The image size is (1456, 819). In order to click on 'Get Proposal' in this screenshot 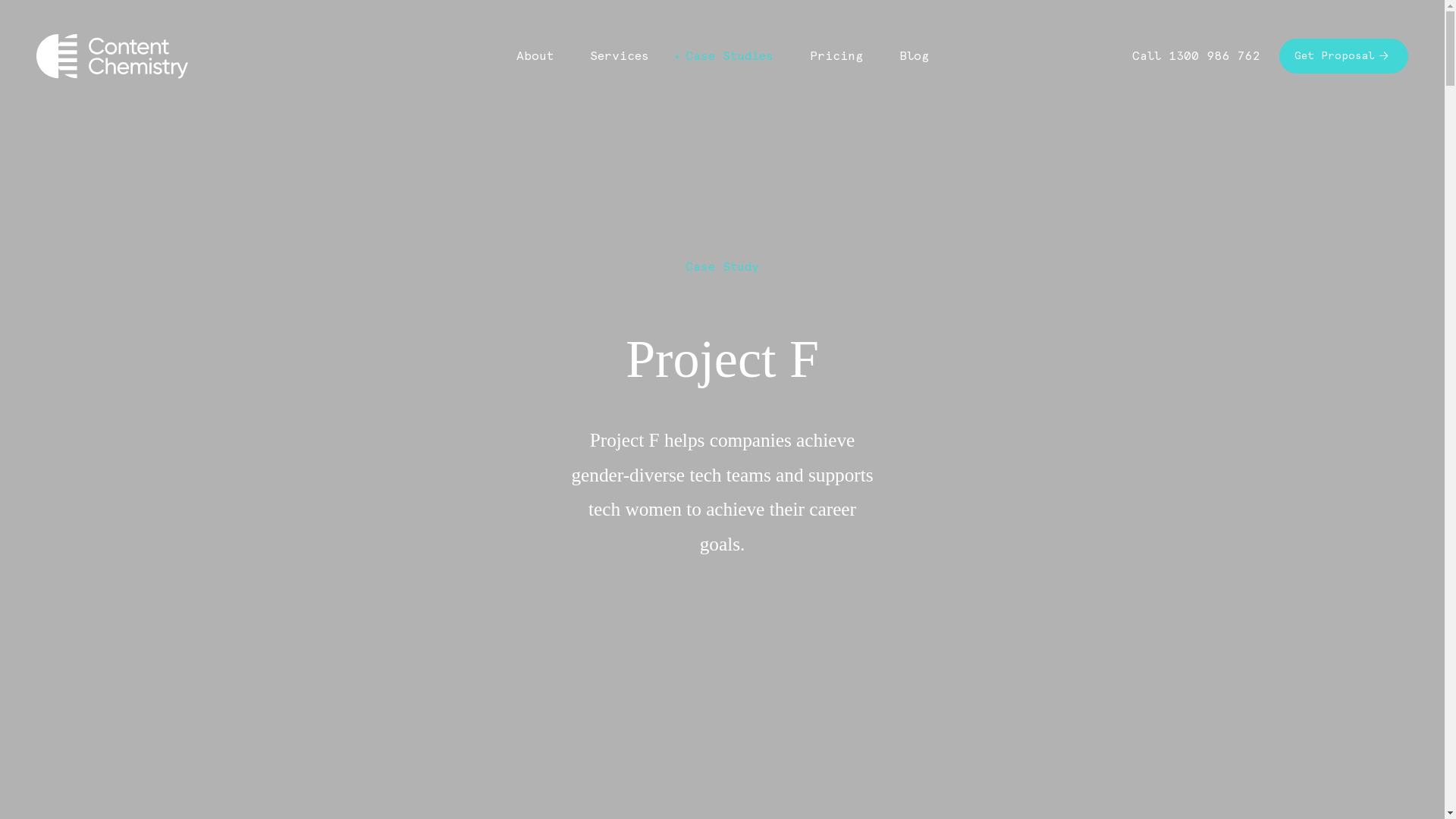, I will do `click(1343, 55)`.